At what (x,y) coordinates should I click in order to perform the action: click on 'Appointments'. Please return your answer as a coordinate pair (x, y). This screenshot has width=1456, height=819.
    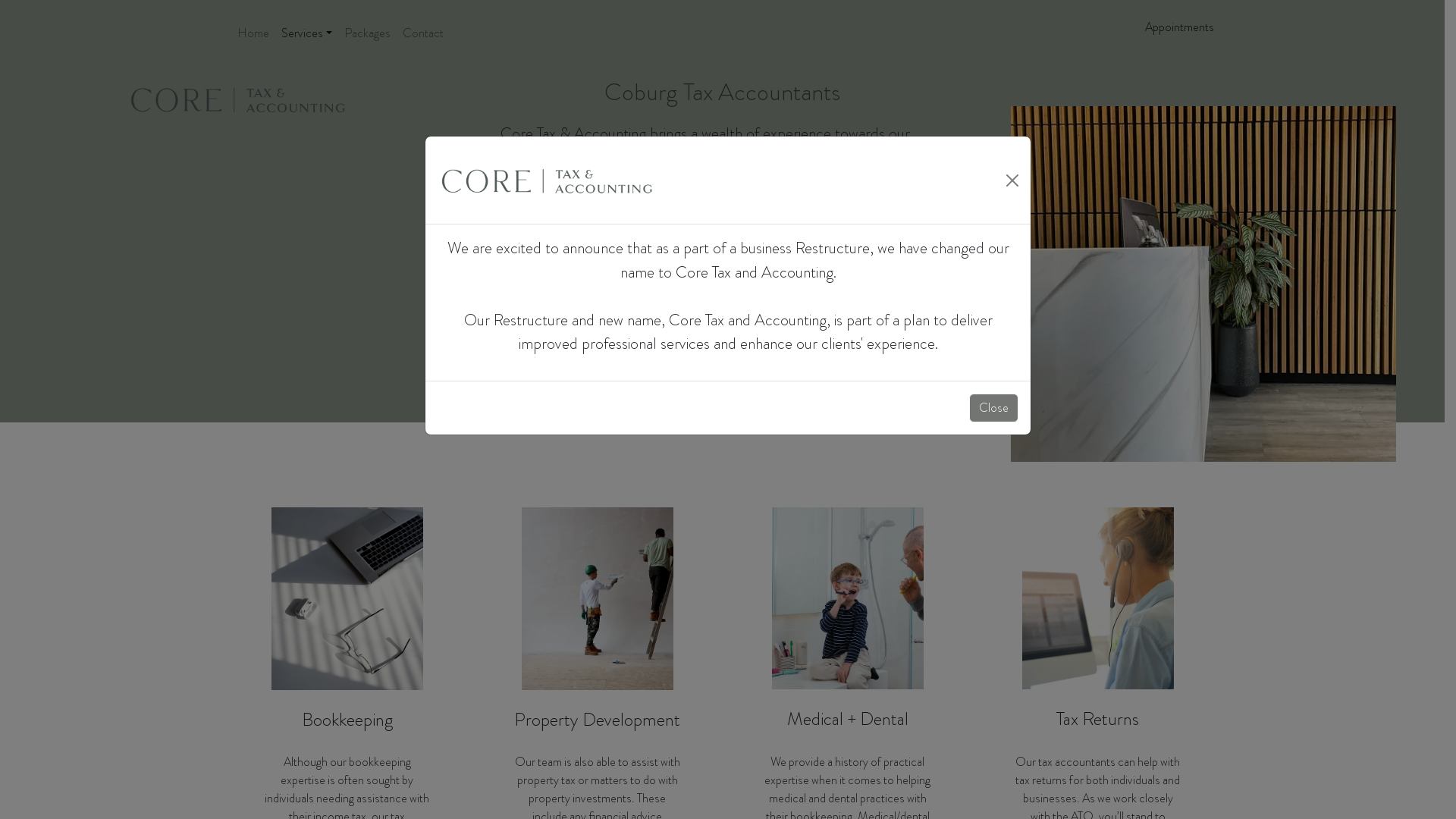
    Looking at the image, I should click on (1178, 27).